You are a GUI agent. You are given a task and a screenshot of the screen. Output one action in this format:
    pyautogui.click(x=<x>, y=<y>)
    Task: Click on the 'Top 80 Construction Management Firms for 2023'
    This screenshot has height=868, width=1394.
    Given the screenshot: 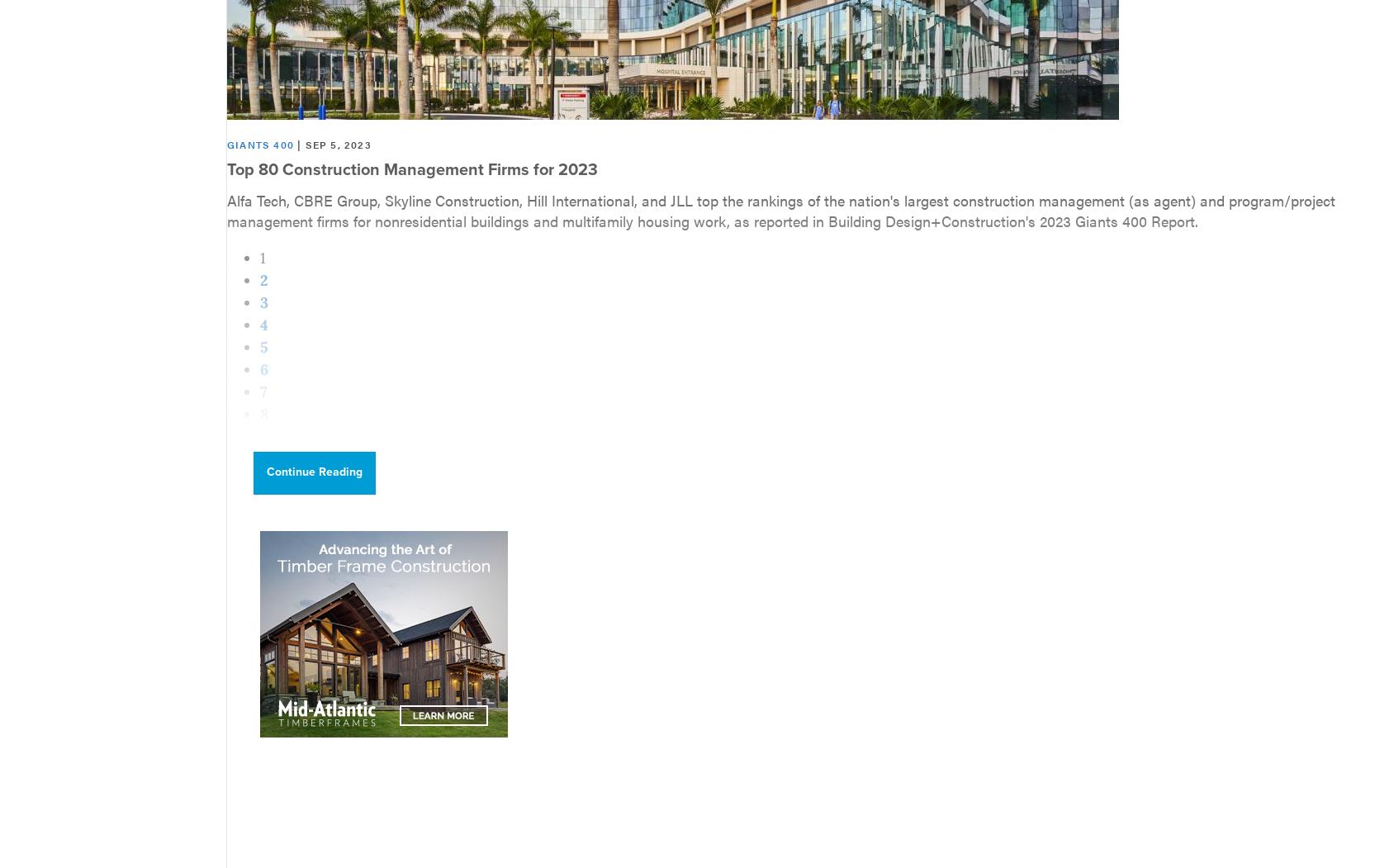 What is the action you would take?
    pyautogui.click(x=411, y=168)
    